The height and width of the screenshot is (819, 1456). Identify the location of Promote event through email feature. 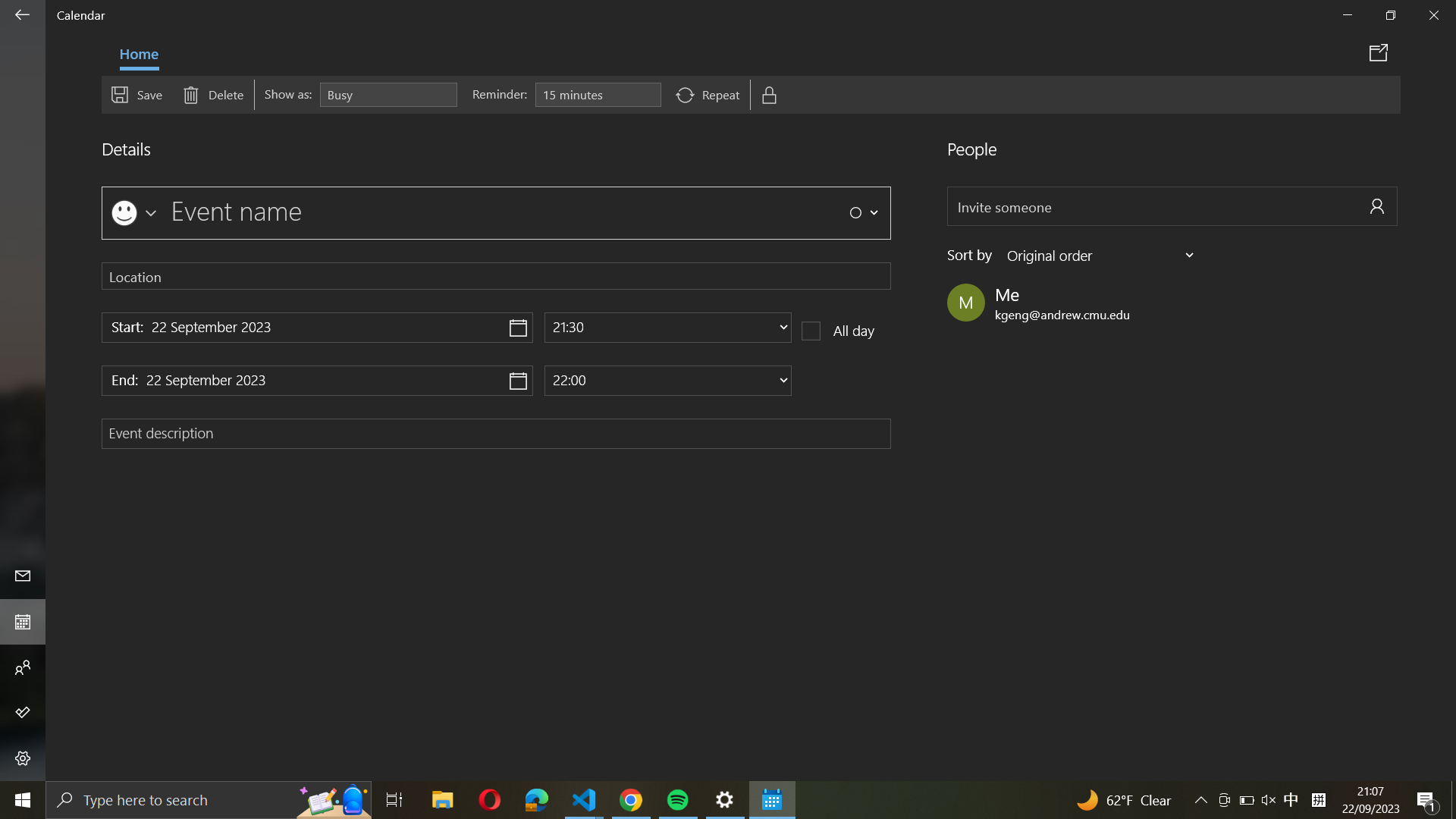
(1381, 52).